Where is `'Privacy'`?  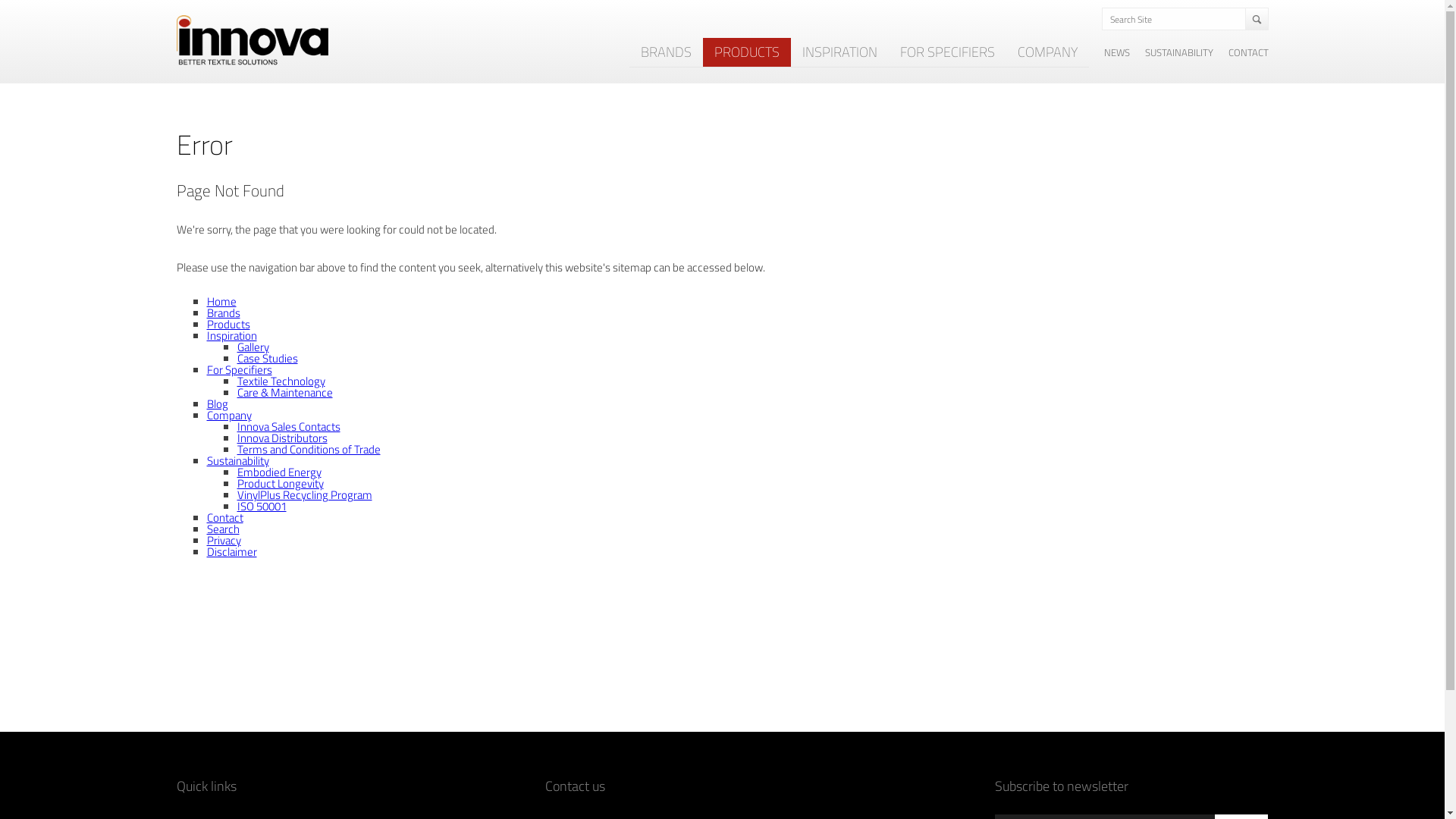 'Privacy' is located at coordinates (222, 539).